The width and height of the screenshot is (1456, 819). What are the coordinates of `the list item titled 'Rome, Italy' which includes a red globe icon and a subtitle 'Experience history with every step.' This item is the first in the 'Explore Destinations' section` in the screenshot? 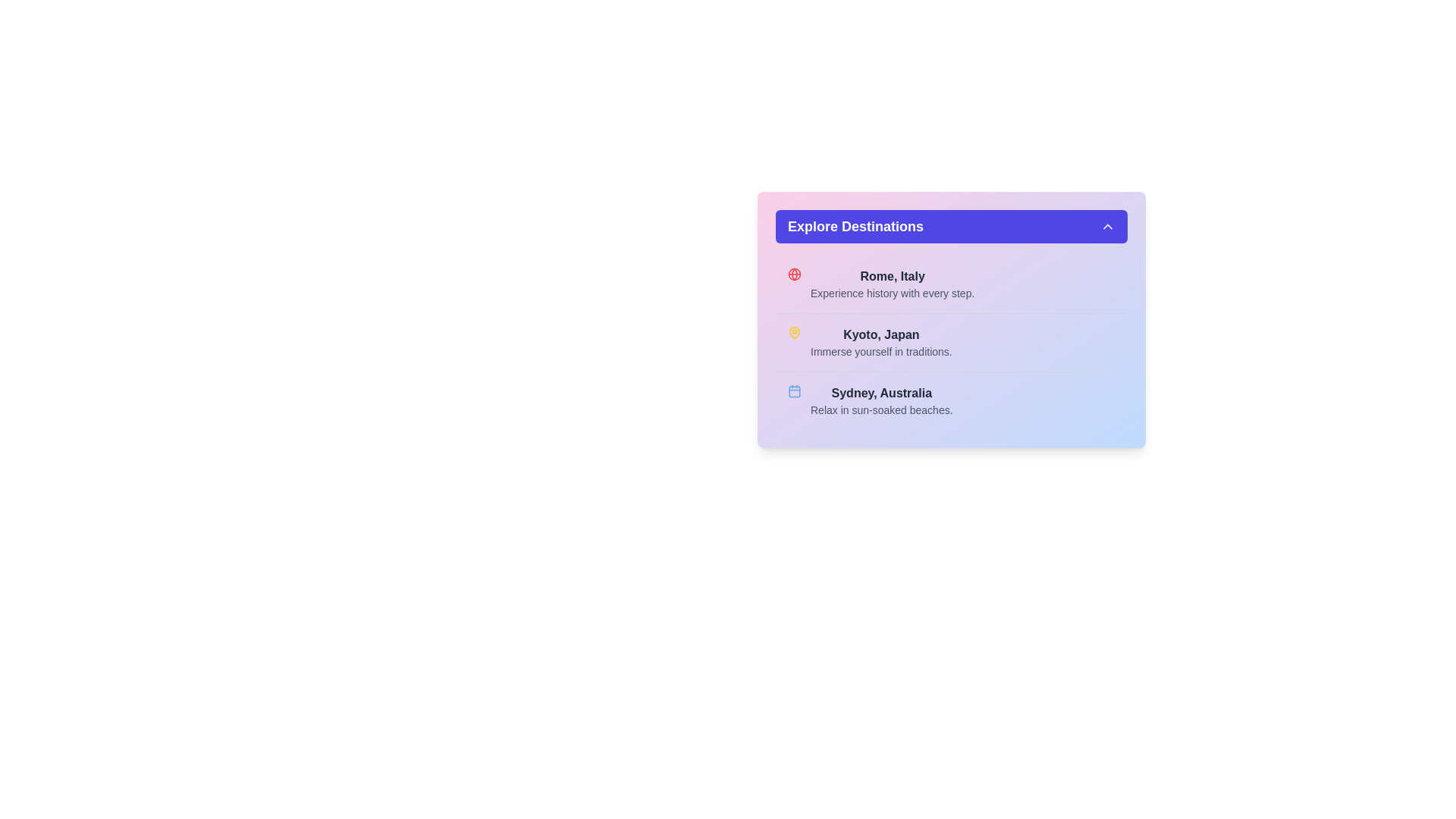 It's located at (950, 284).